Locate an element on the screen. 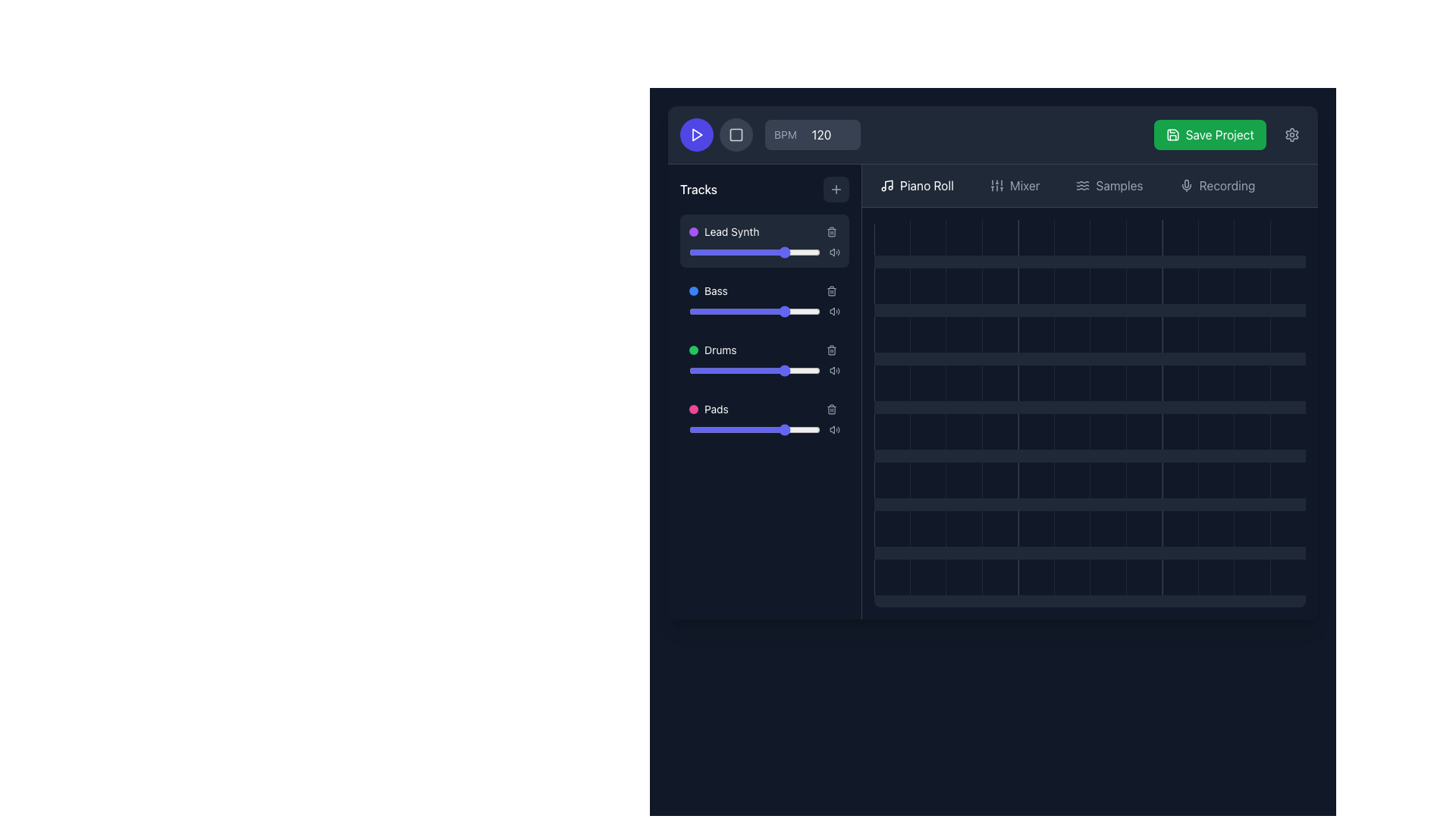 This screenshot has height=819, width=1456. the slider is located at coordinates (740, 430).